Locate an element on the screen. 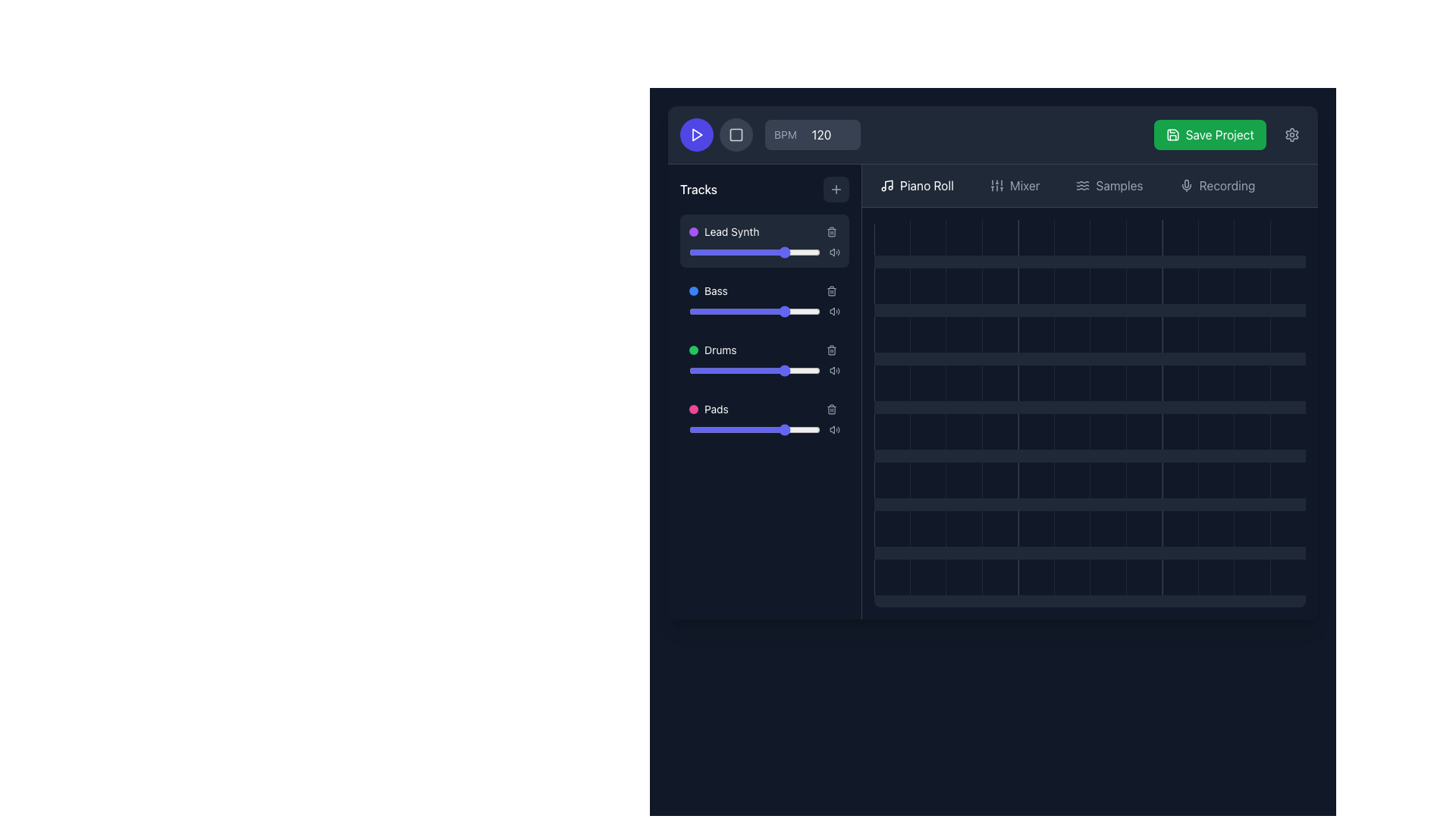 This screenshot has height=819, width=1456. the slider is located at coordinates (740, 430).